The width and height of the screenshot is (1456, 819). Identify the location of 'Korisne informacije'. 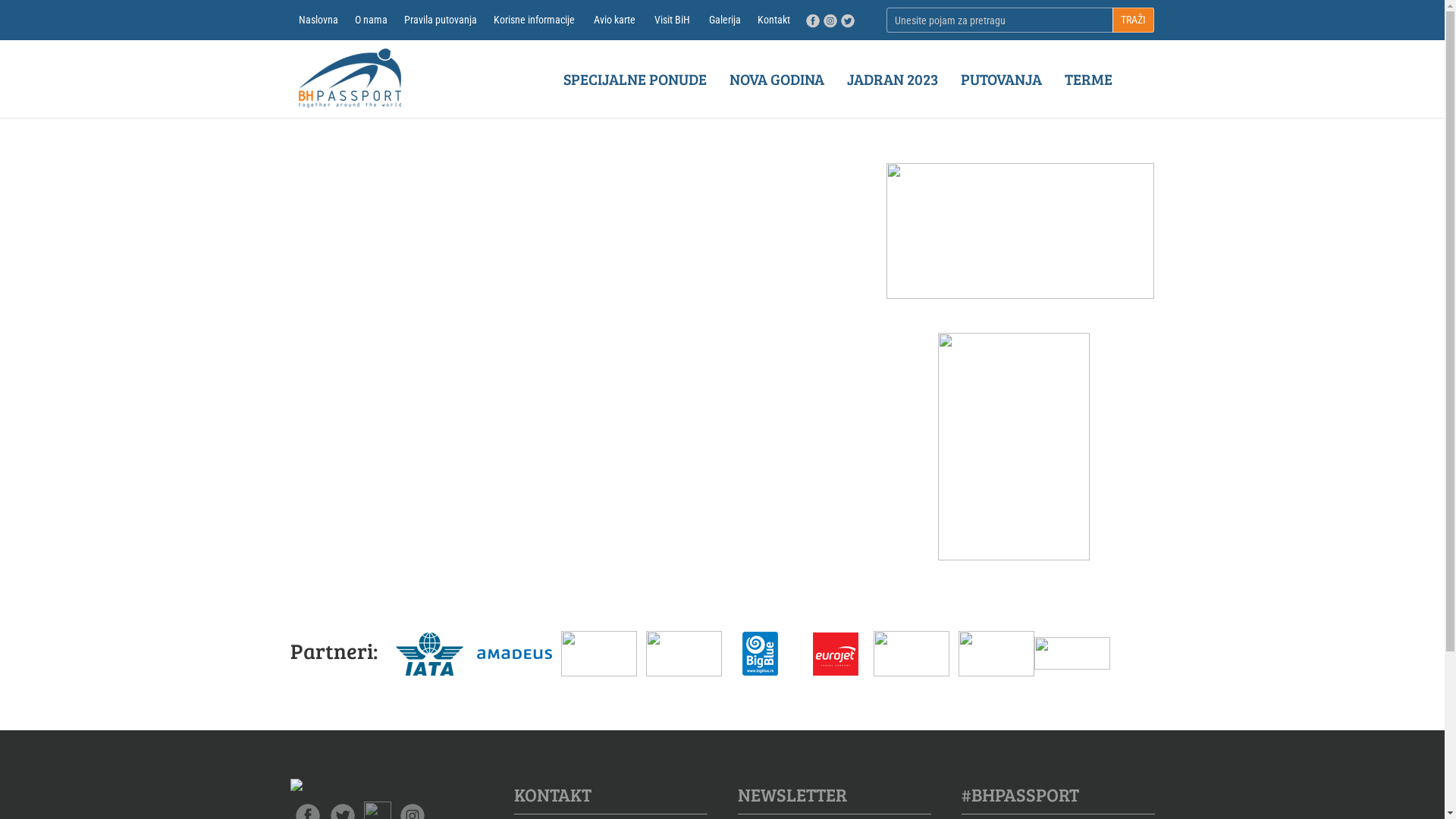
(484, 20).